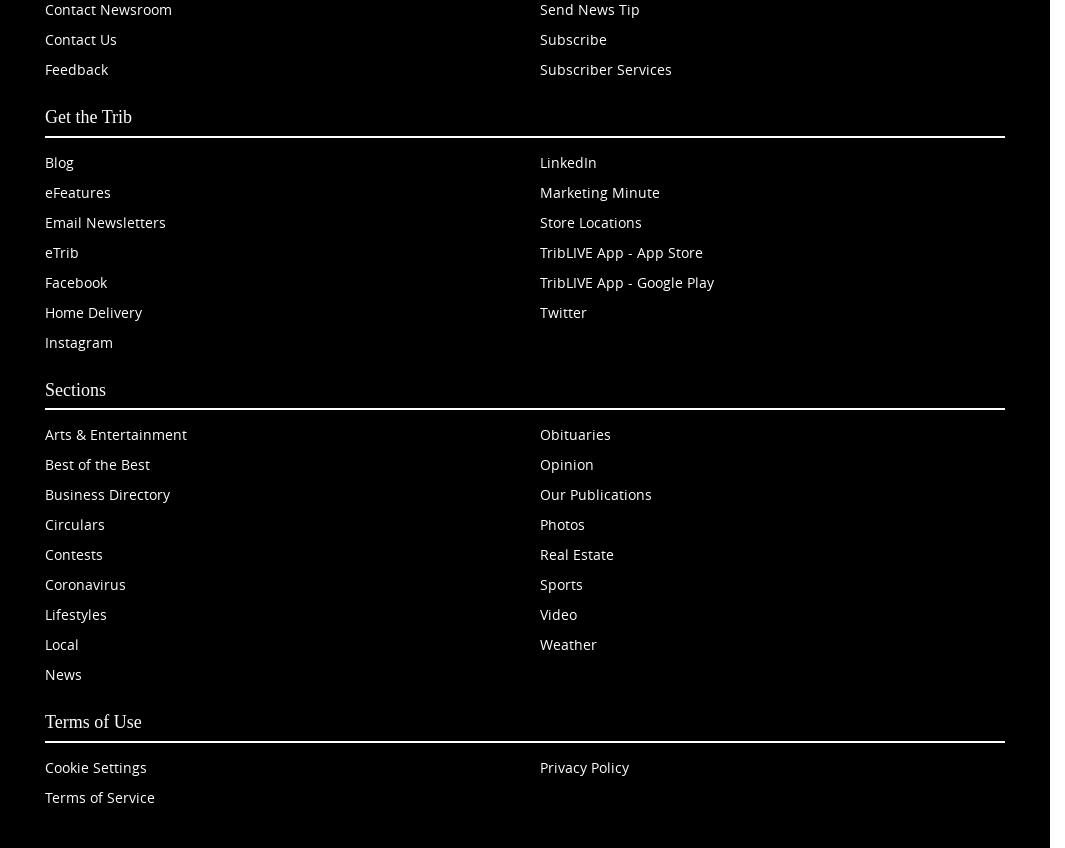  What do you see at coordinates (75, 281) in the screenshot?
I see `'Facebook'` at bounding box center [75, 281].